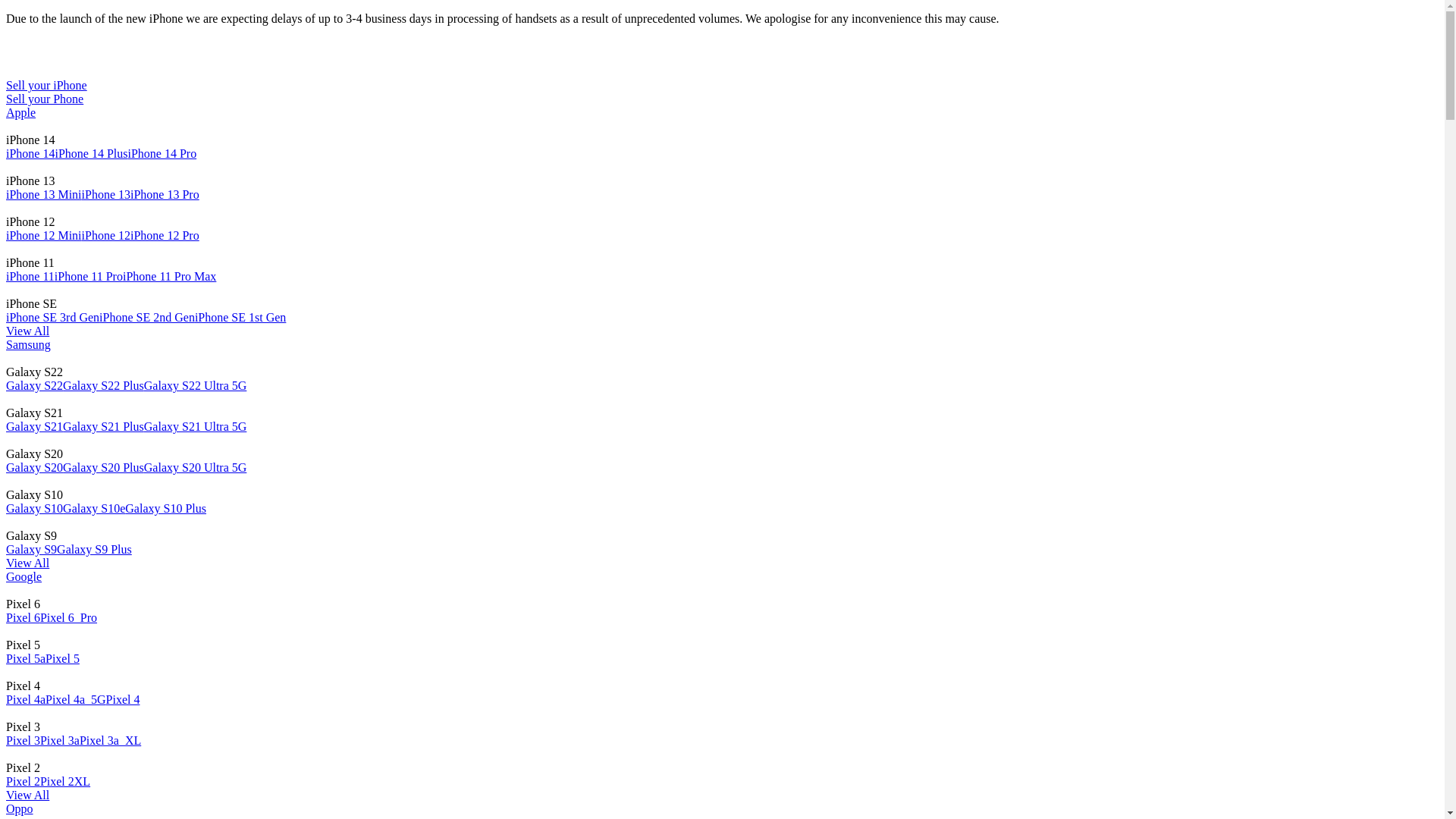 This screenshot has height=819, width=1456. What do you see at coordinates (30, 276) in the screenshot?
I see `'iPhone 11'` at bounding box center [30, 276].